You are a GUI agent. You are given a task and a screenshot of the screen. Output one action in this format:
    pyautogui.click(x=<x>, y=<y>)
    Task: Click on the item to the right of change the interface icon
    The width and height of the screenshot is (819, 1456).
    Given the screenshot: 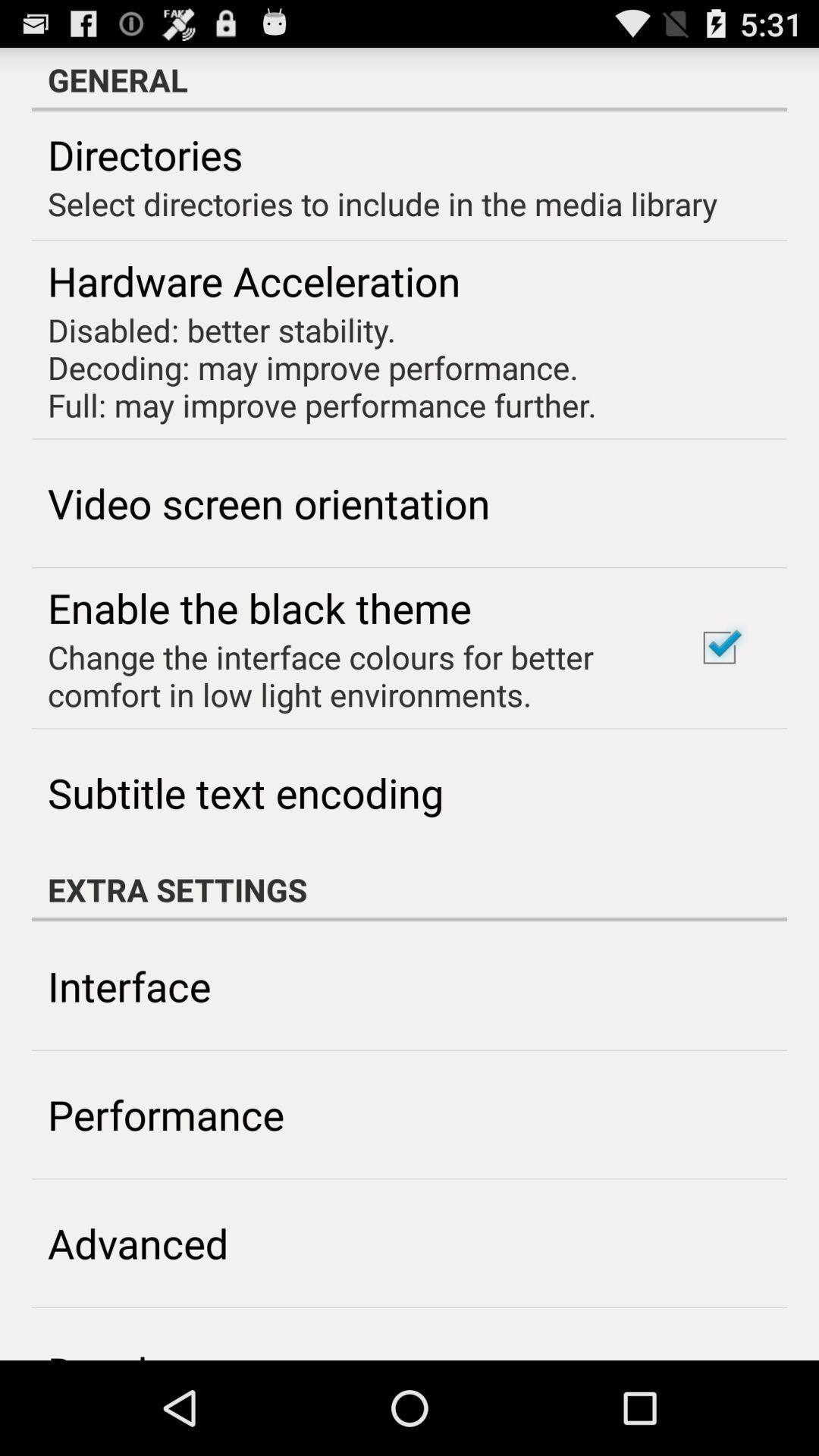 What is the action you would take?
    pyautogui.click(x=718, y=648)
    